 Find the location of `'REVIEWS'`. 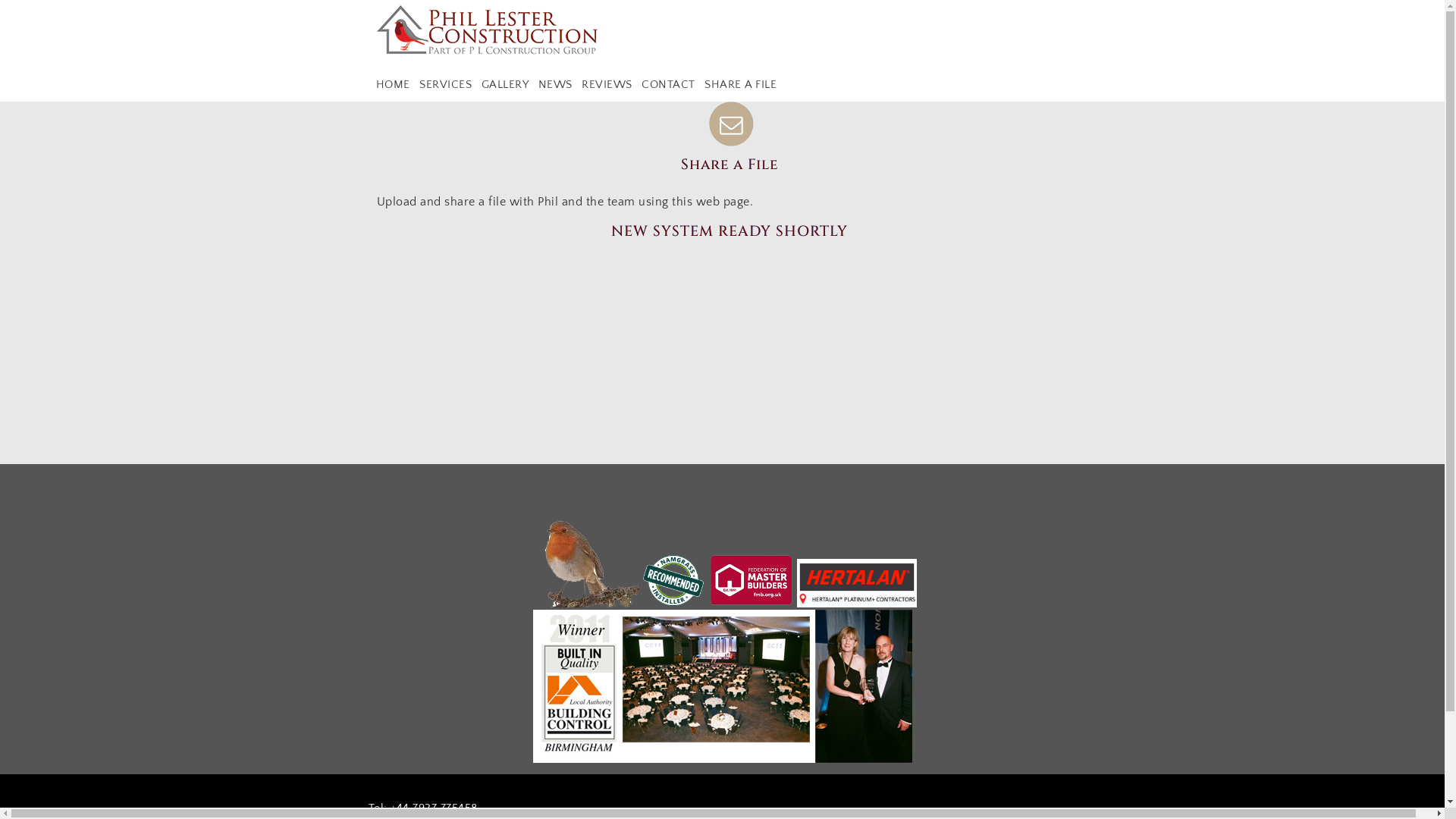

'REVIEWS' is located at coordinates (607, 84).